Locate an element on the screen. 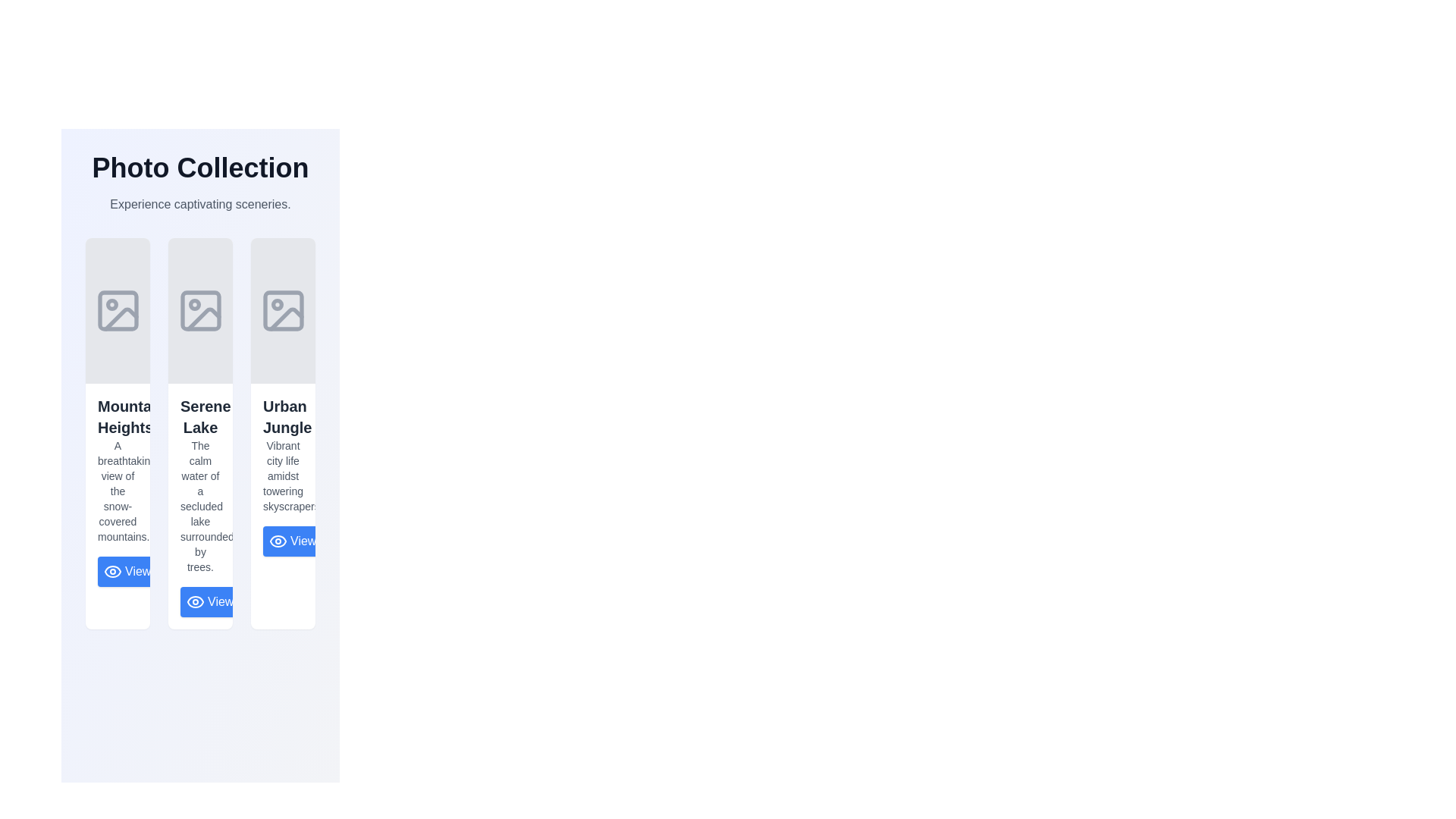 The height and width of the screenshot is (819, 1456). the static text element that provides context for the gallery, located below the 'Photo Collection' heading and above the gallery grid is located at coordinates (199, 205).